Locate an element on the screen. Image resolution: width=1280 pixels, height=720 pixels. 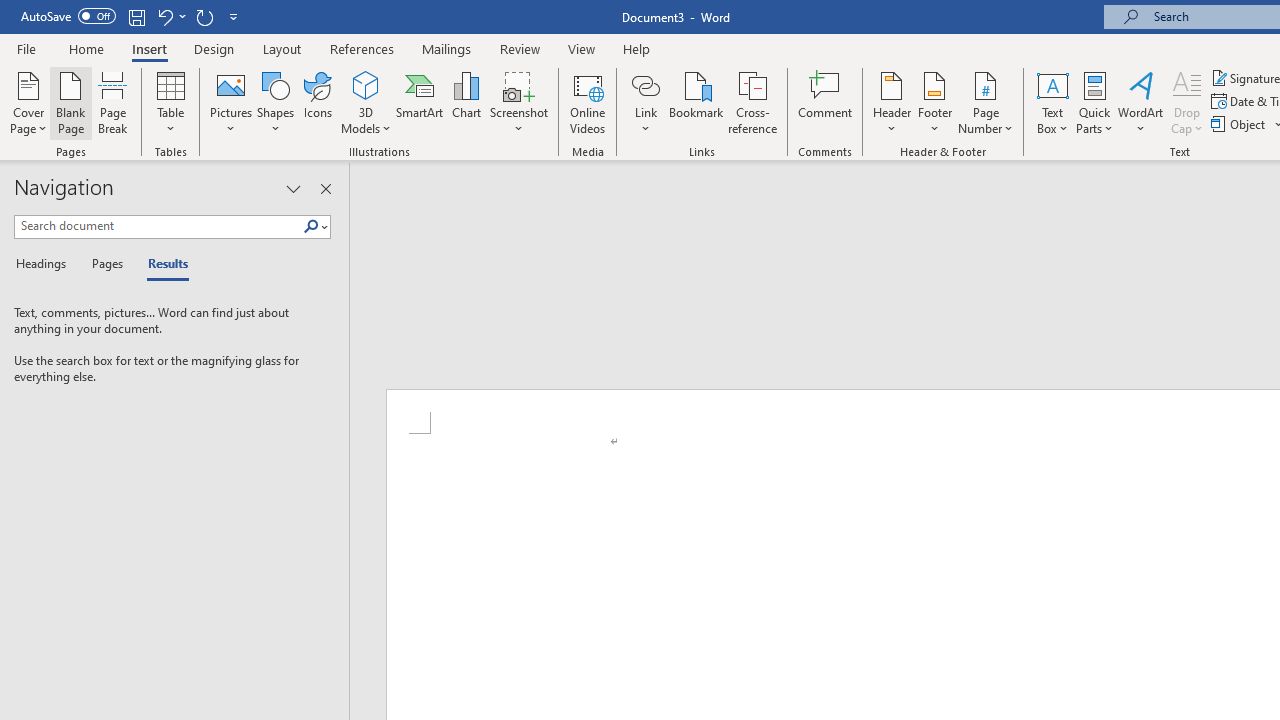
'Screenshot' is located at coordinates (519, 103).